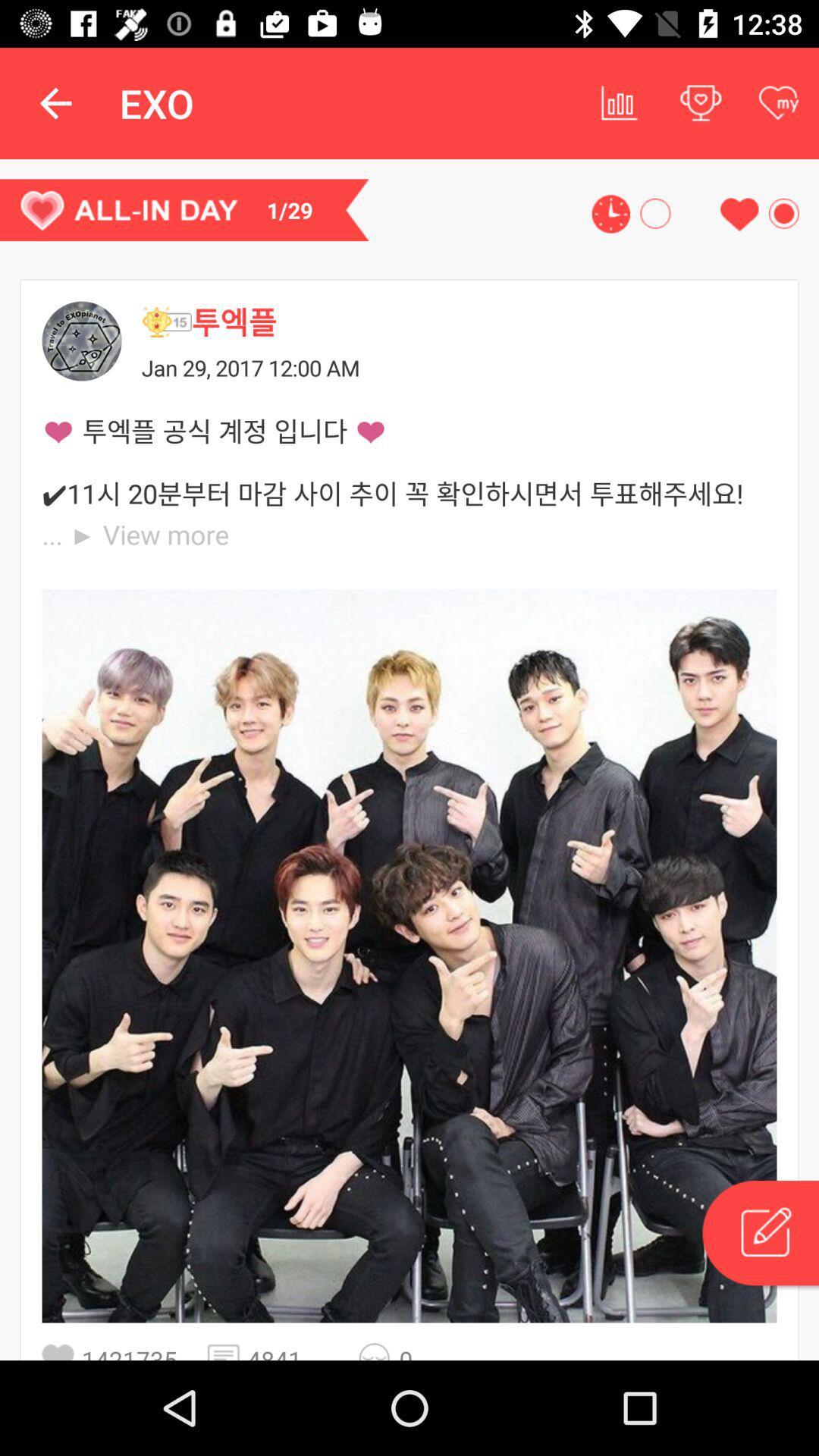 This screenshot has height=1456, width=819. What do you see at coordinates (184, 209) in the screenshot?
I see `1/29` at bounding box center [184, 209].